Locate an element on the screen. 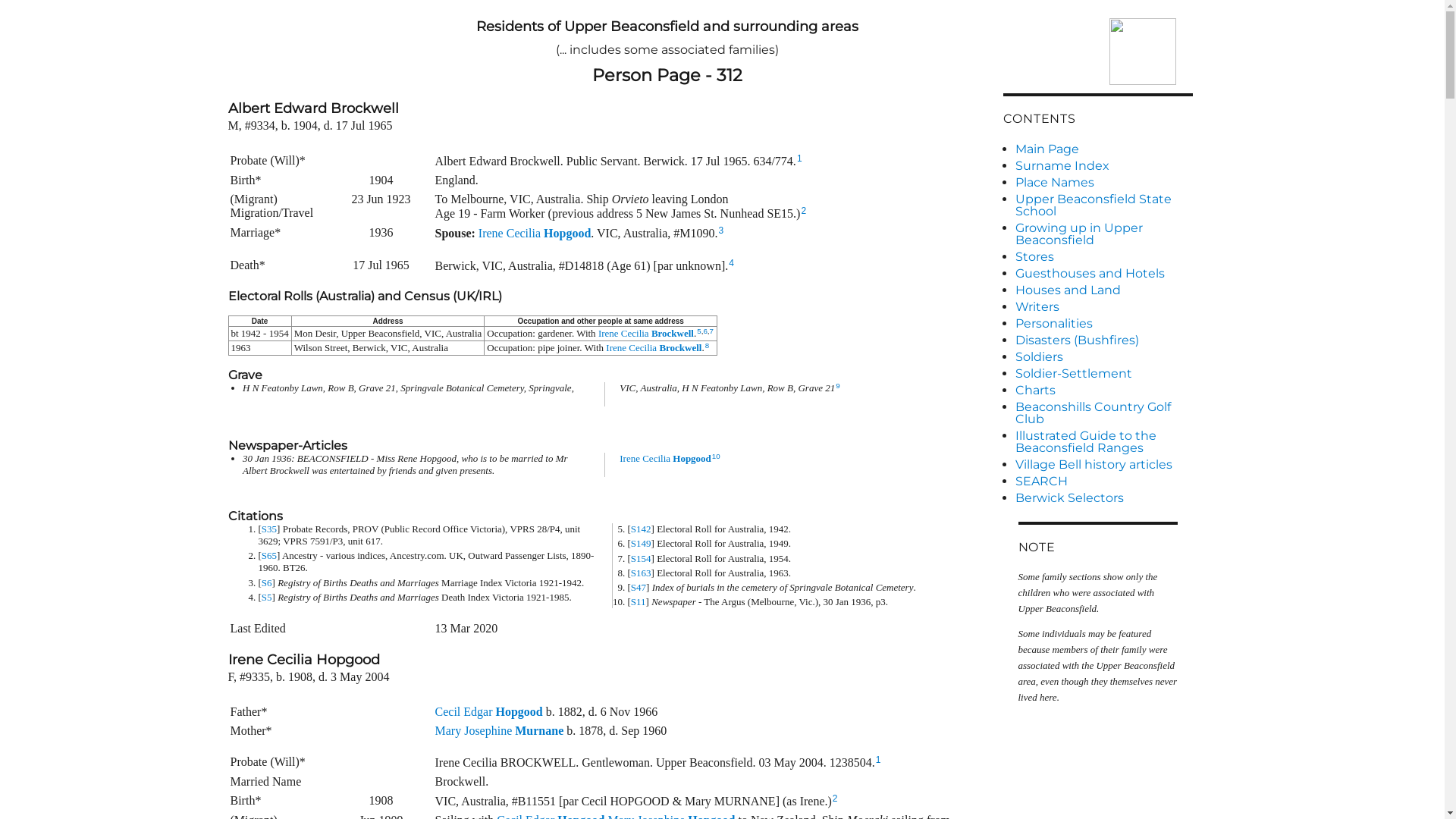  'Soldier-Settlement' is located at coordinates (1103, 374).